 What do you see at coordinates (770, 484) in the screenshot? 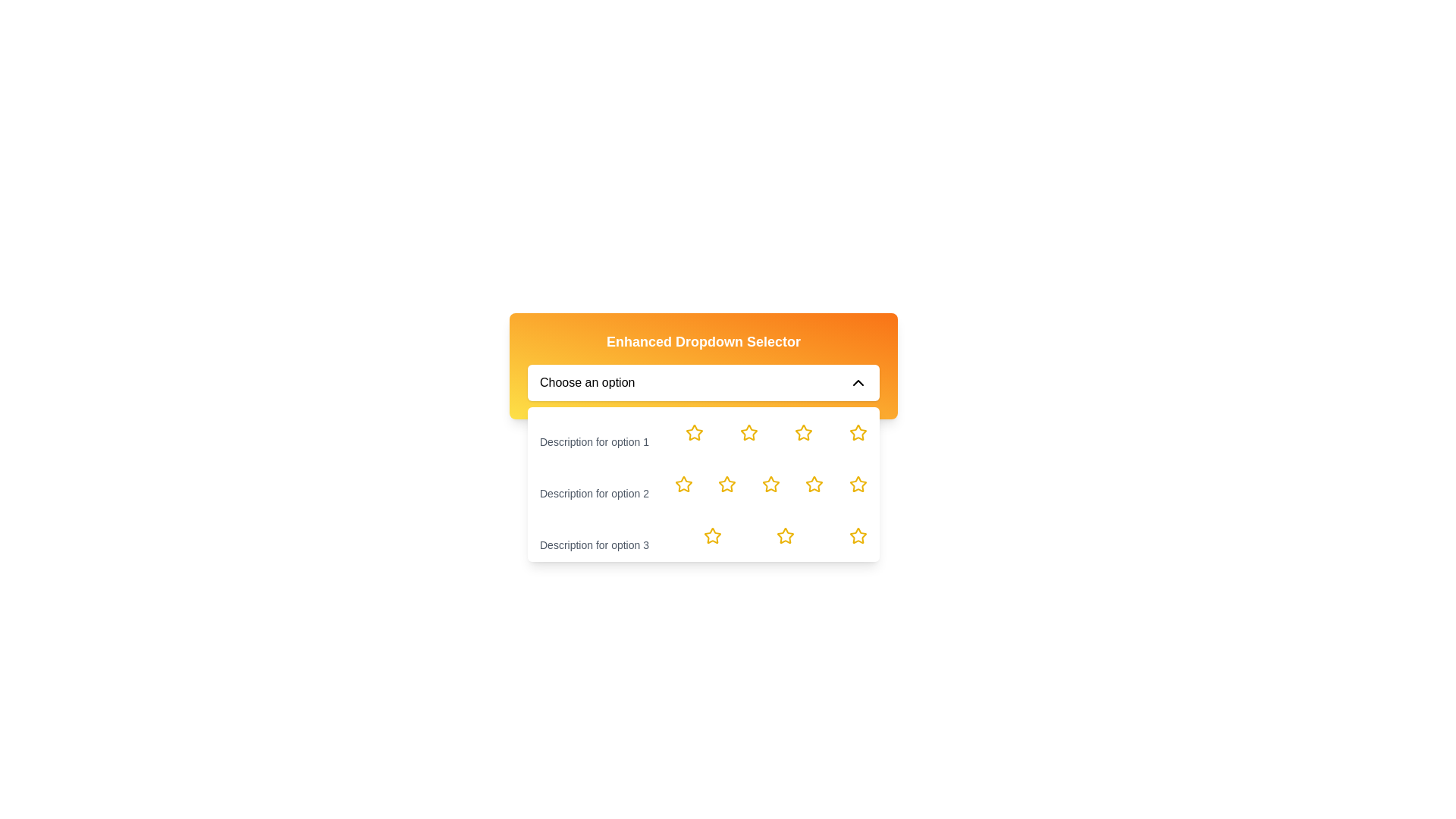
I see `the interactive graphical icon (star) in the third column of the second row to rate it` at bounding box center [770, 484].